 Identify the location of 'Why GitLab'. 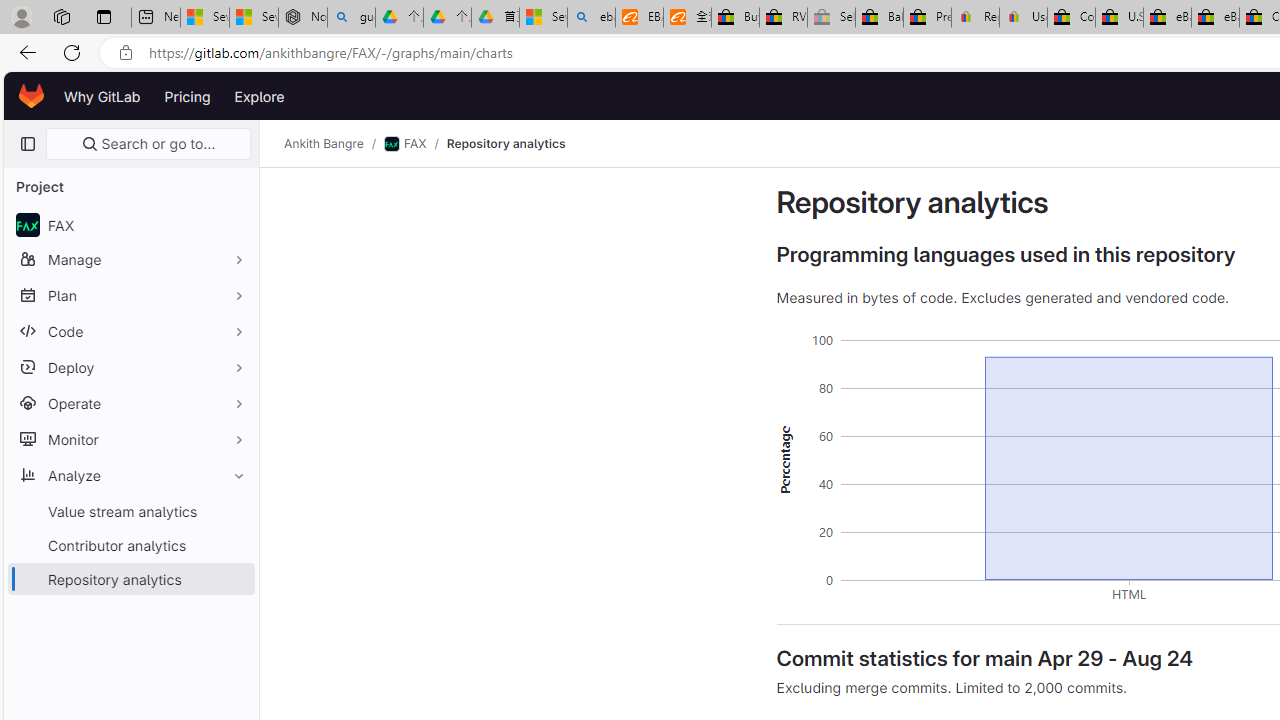
(101, 96).